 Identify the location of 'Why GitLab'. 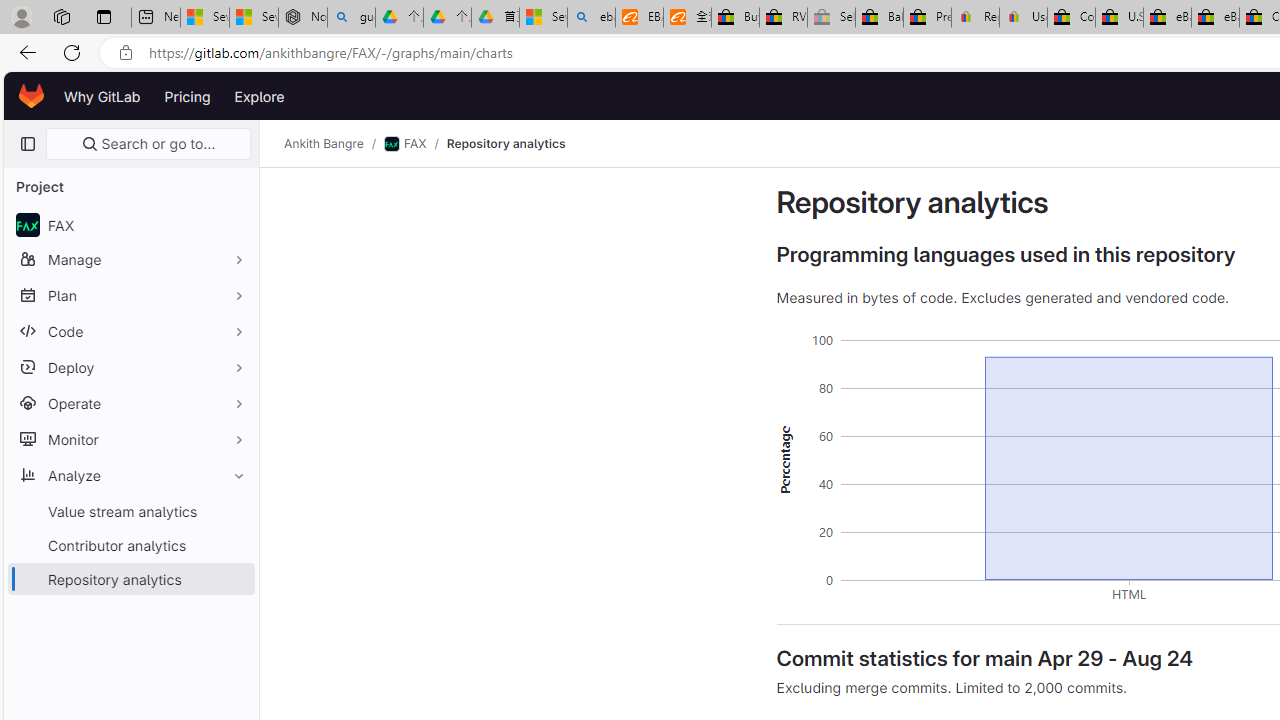
(101, 96).